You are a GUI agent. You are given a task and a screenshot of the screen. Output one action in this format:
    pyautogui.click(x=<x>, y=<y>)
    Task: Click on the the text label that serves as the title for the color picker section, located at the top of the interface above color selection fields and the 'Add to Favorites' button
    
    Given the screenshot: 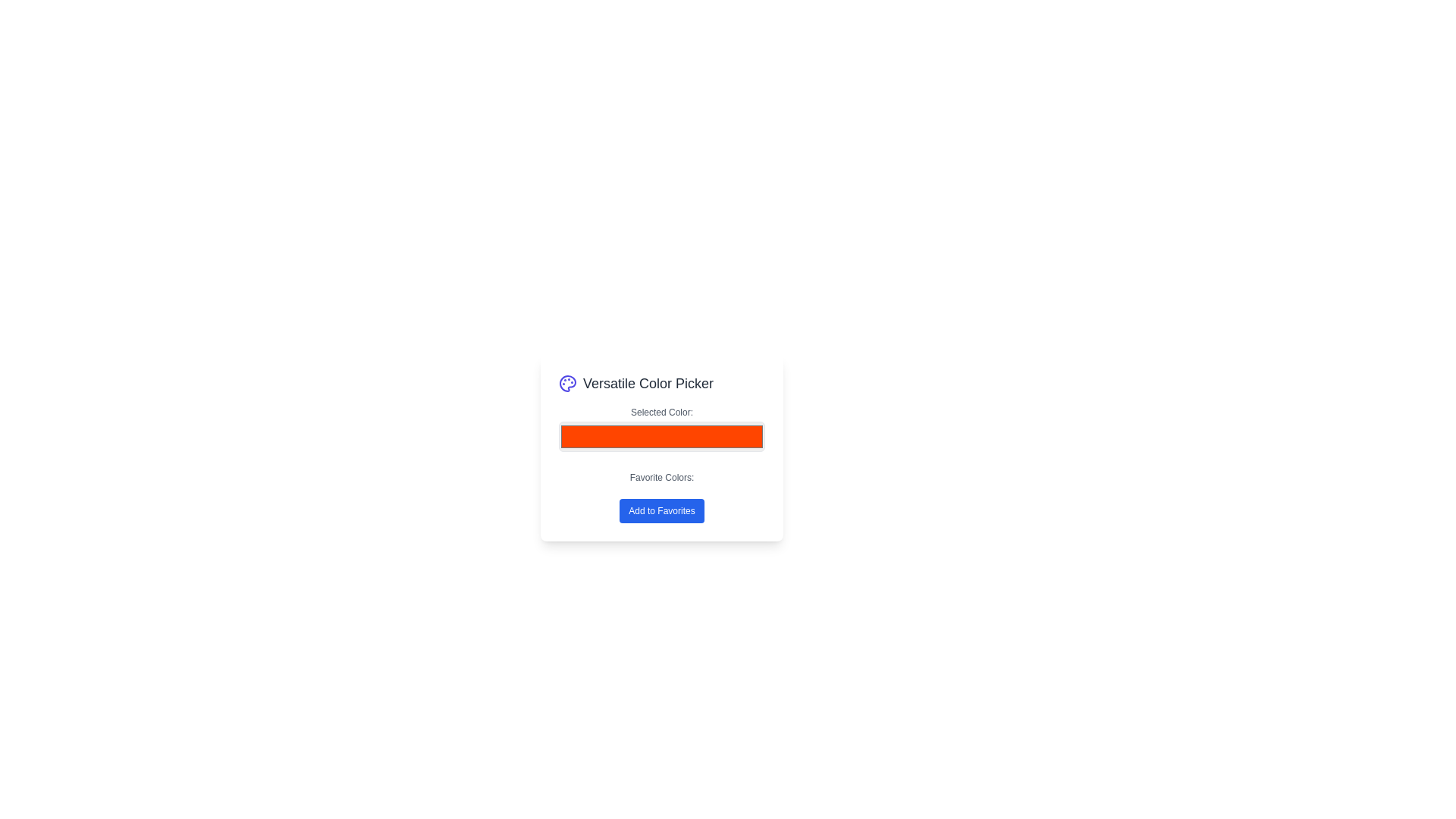 What is the action you would take?
    pyautogui.click(x=662, y=382)
    